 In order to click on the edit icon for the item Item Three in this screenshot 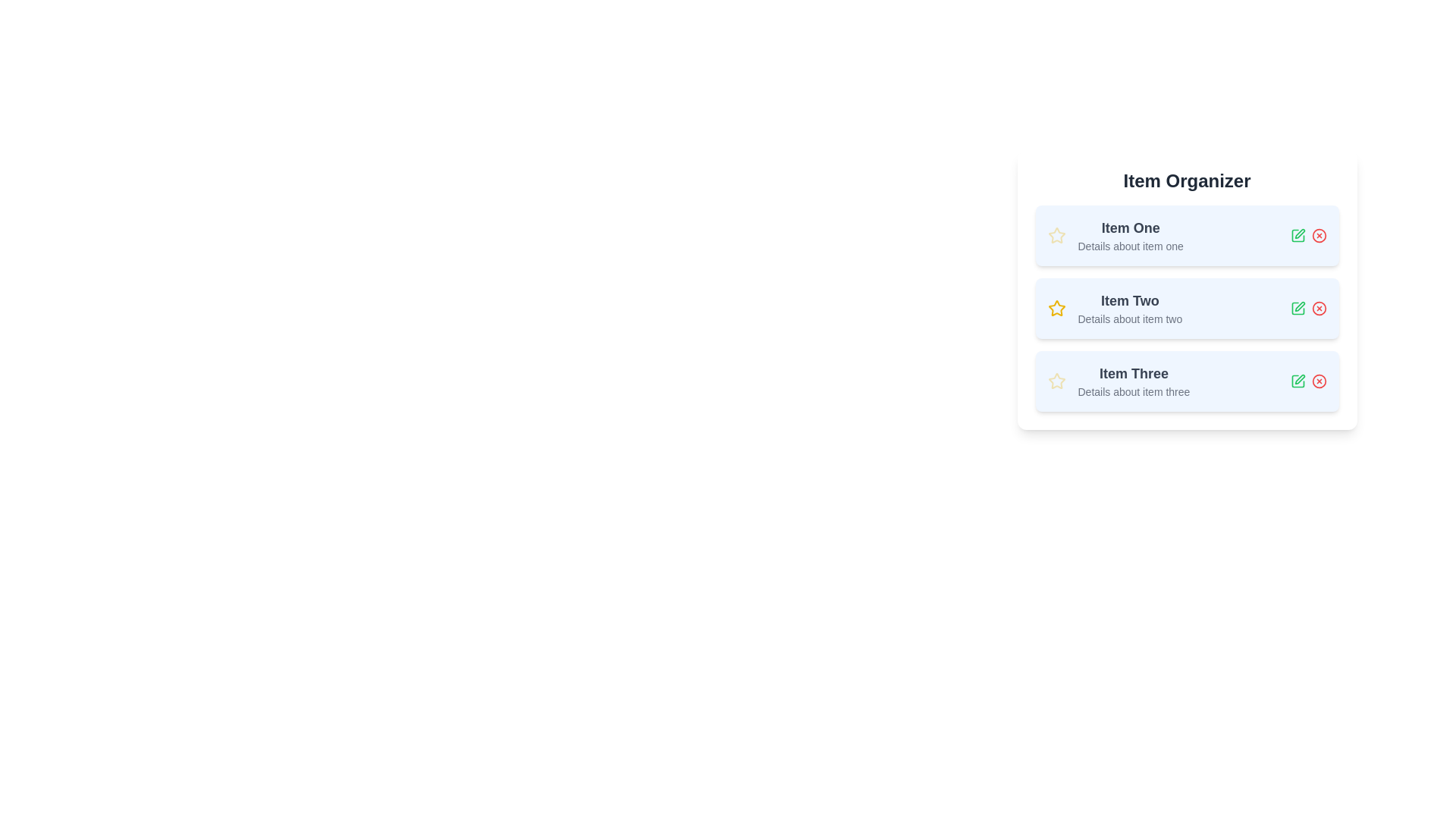, I will do `click(1297, 380)`.